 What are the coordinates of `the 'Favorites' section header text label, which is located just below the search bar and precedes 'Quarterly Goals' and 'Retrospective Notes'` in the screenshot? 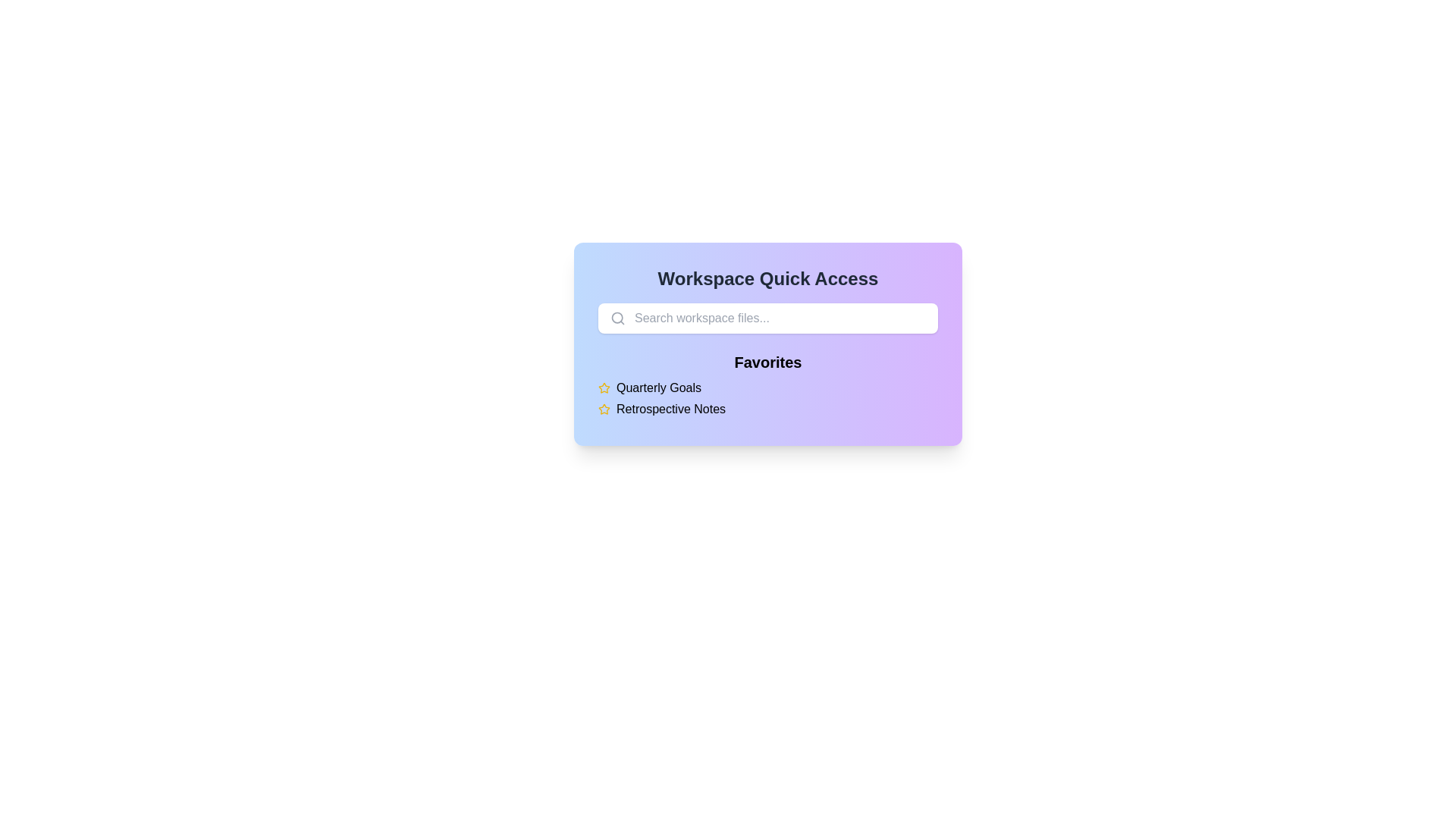 It's located at (767, 362).